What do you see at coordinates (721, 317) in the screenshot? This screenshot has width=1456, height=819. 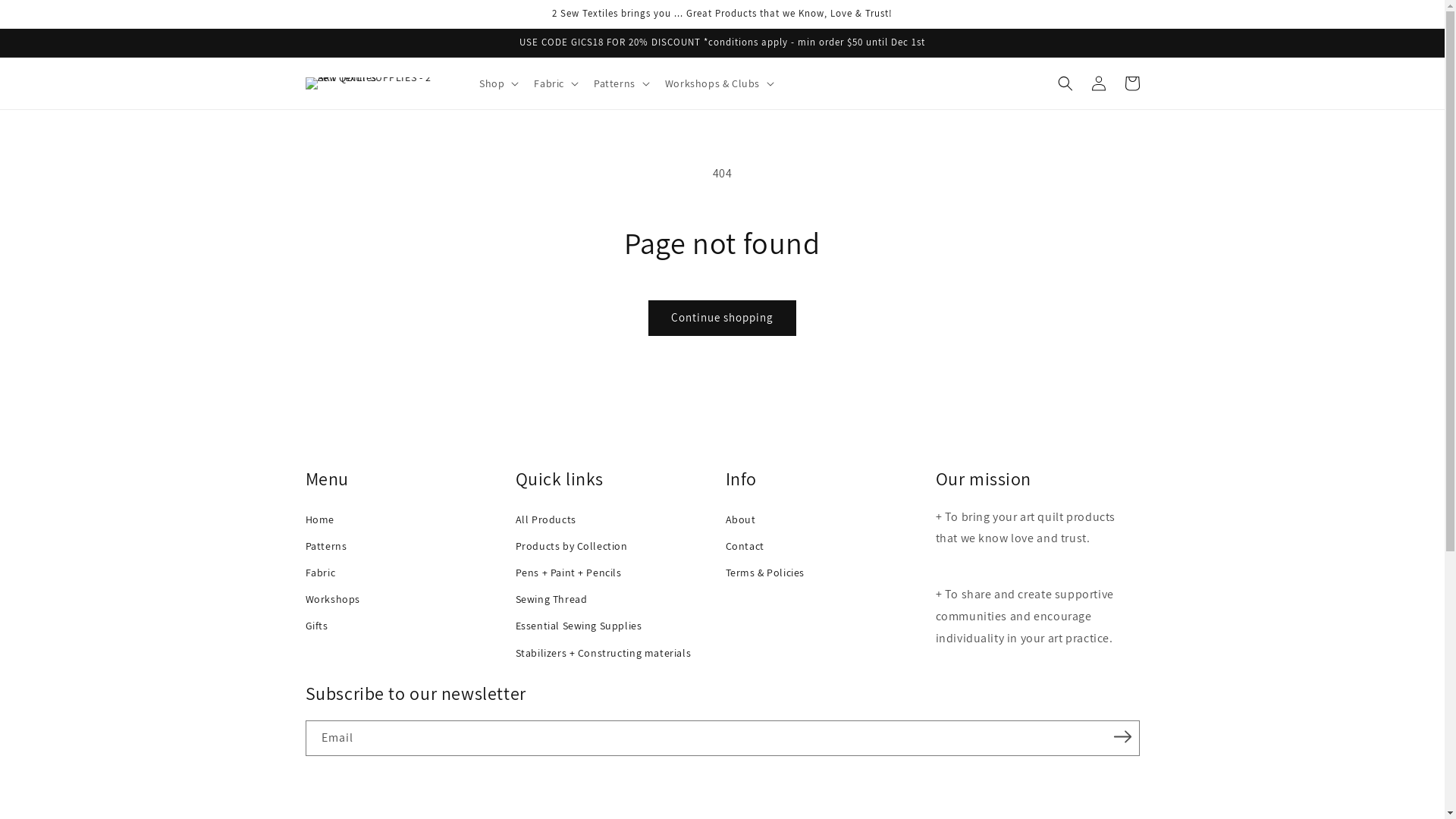 I see `'Continue shopping'` at bounding box center [721, 317].